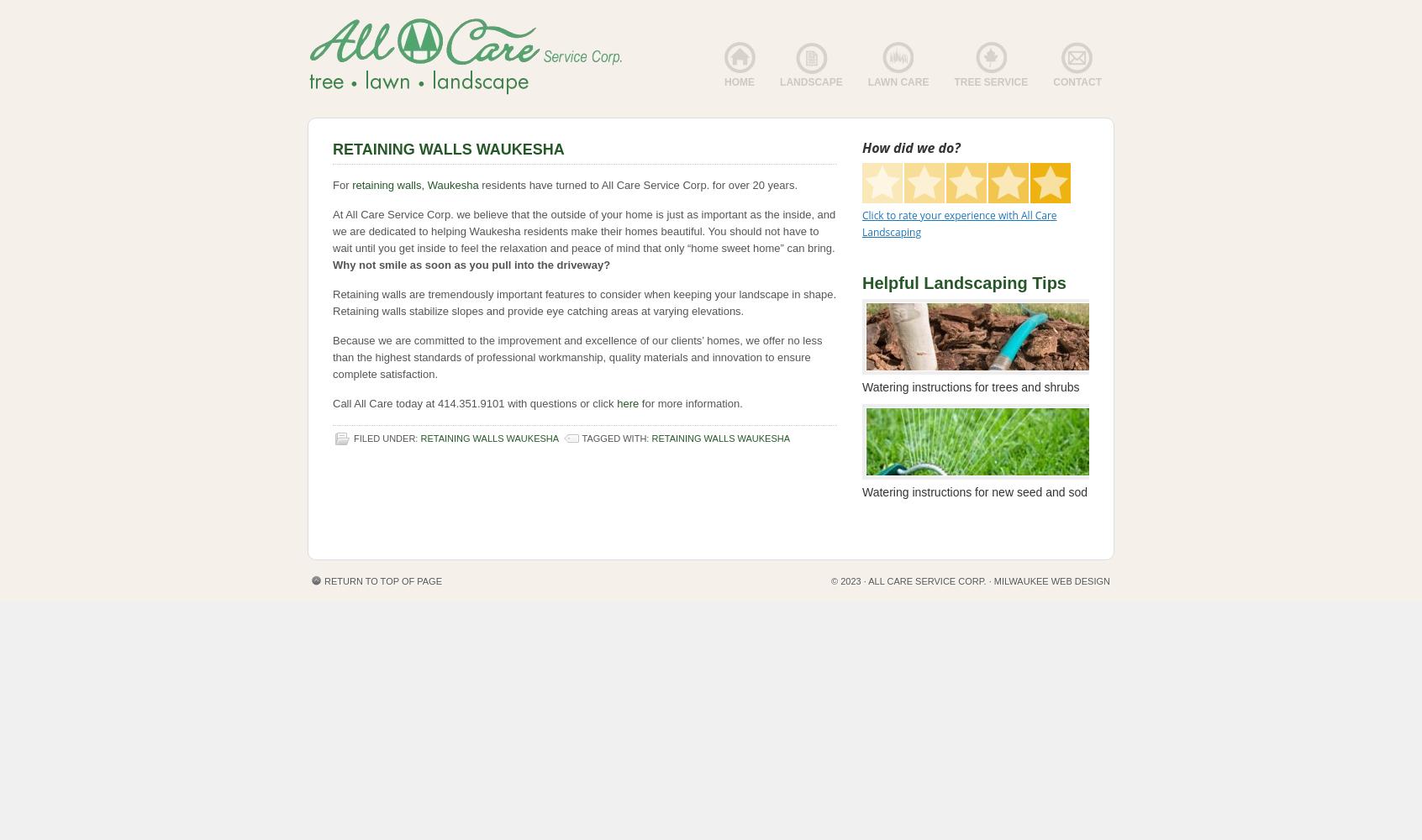  What do you see at coordinates (637, 184) in the screenshot?
I see `'residents have turned to All Care Service Corp. for over 20 years.'` at bounding box center [637, 184].